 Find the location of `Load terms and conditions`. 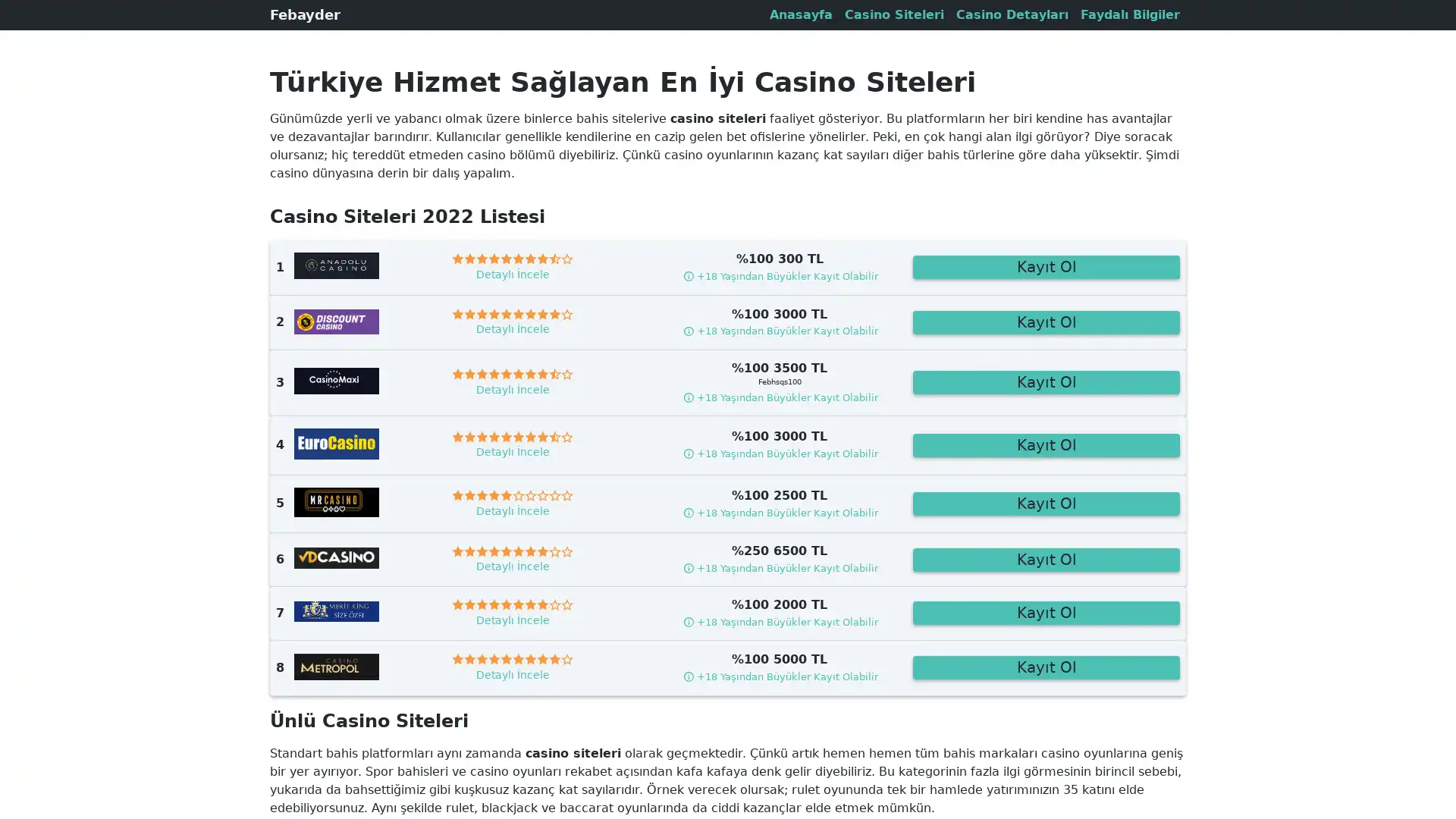

Load terms and conditions is located at coordinates (779, 275).